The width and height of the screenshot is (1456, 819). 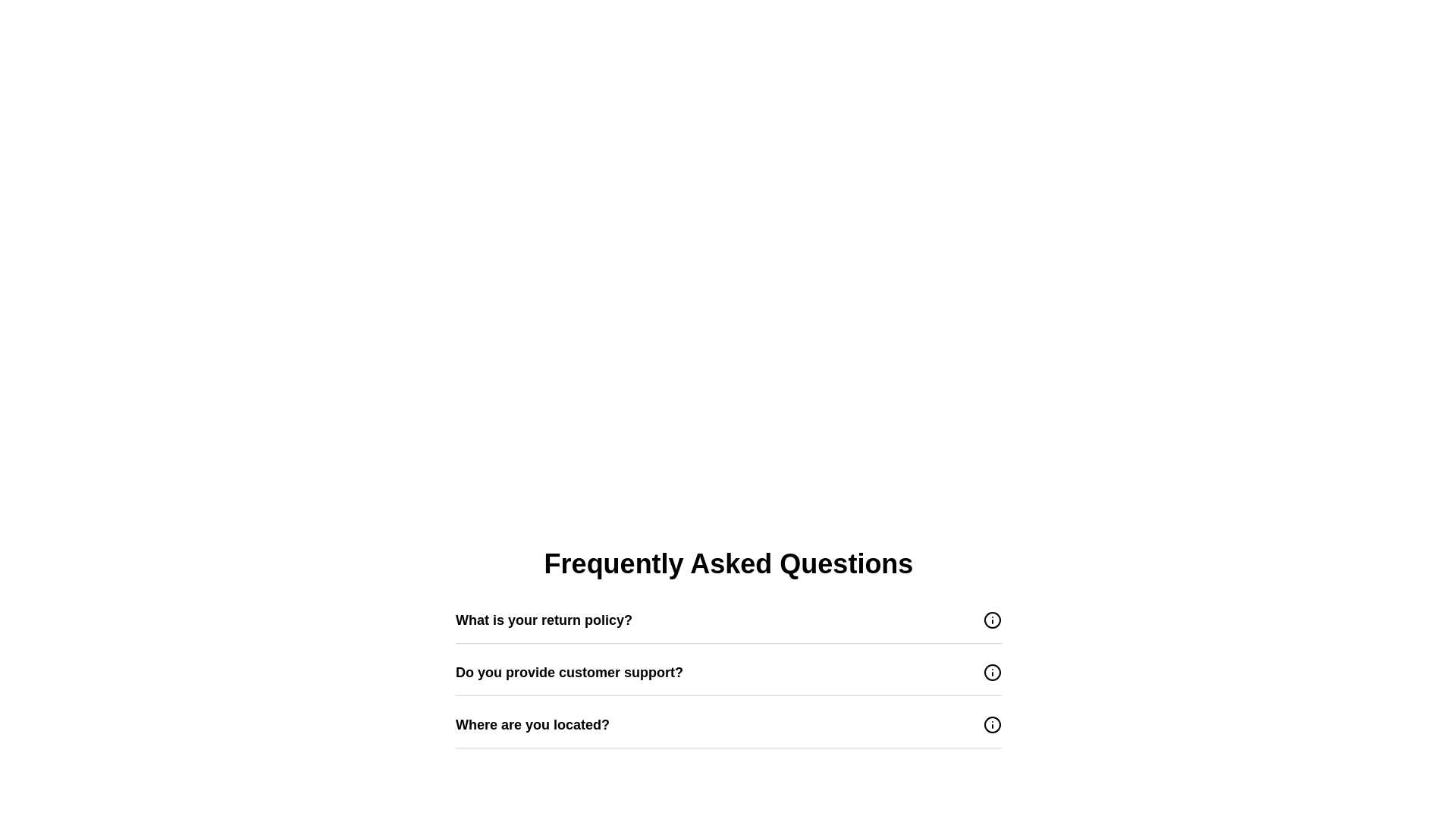 What do you see at coordinates (993, 672) in the screenshot?
I see `the informational icon located to the far right of the text 'Do you provide customer support?'` at bounding box center [993, 672].